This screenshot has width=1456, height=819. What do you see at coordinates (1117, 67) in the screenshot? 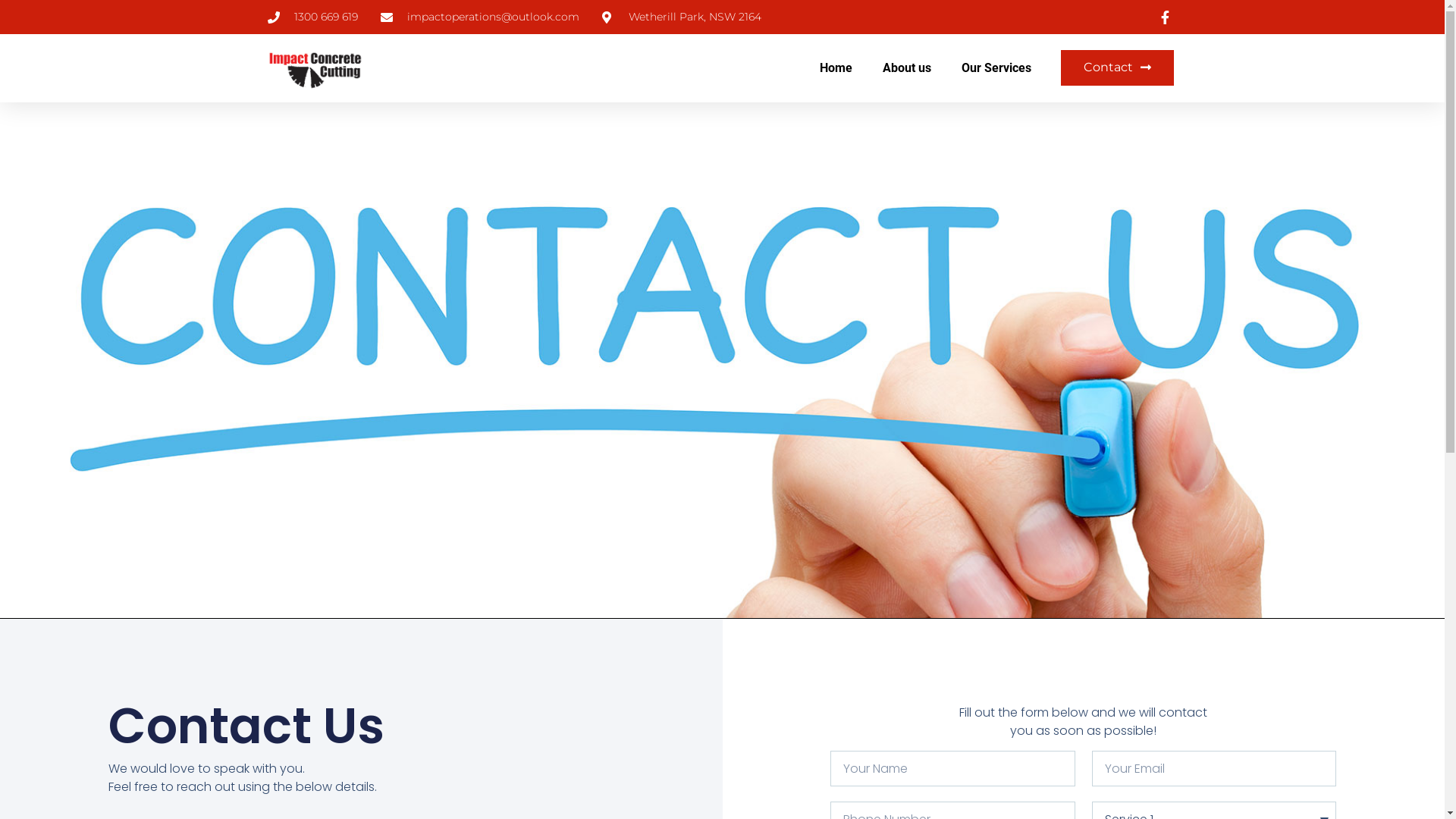
I see `'Contact'` at bounding box center [1117, 67].